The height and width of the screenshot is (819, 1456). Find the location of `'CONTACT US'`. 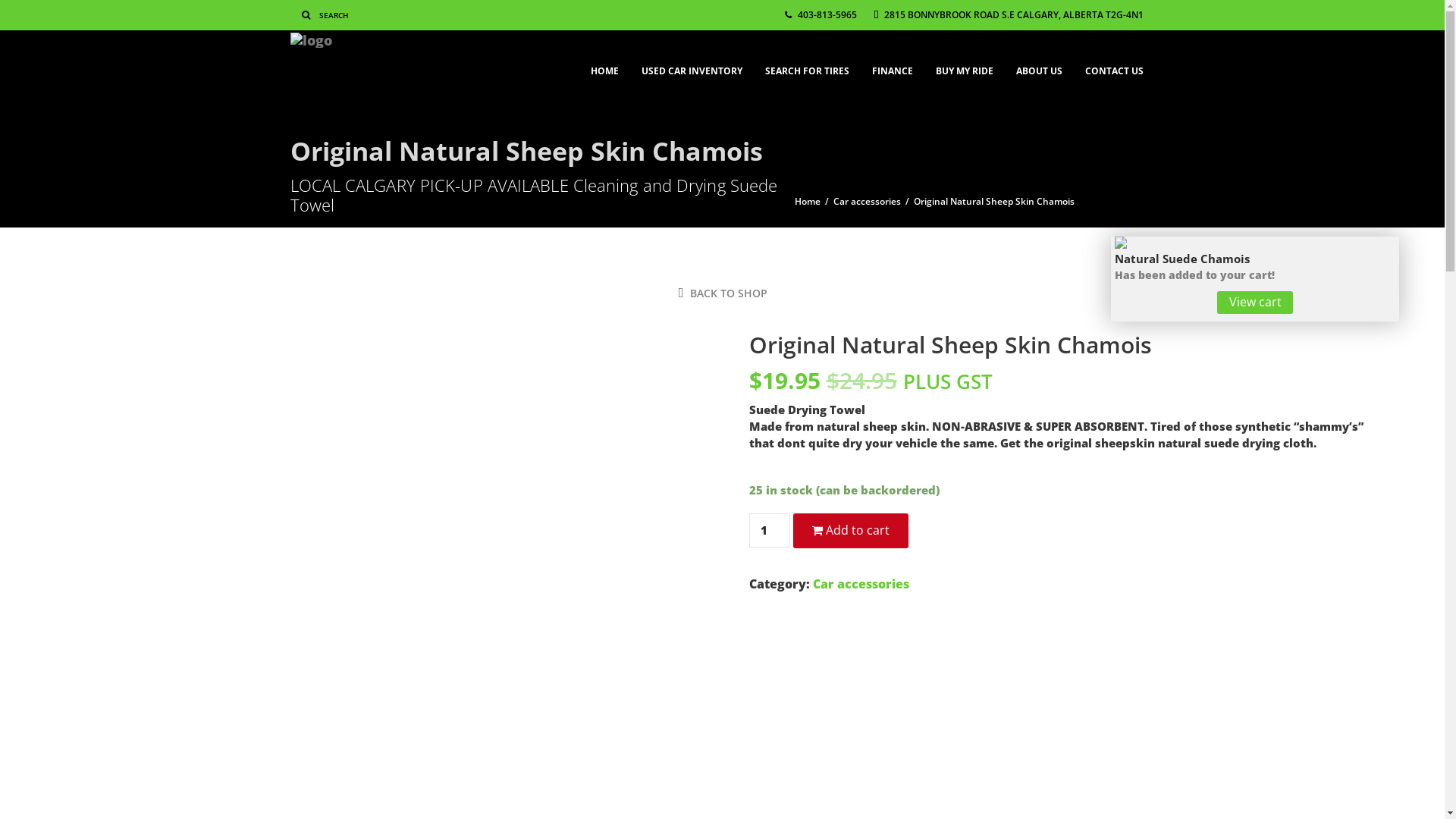

'CONTACT US' is located at coordinates (1114, 63).